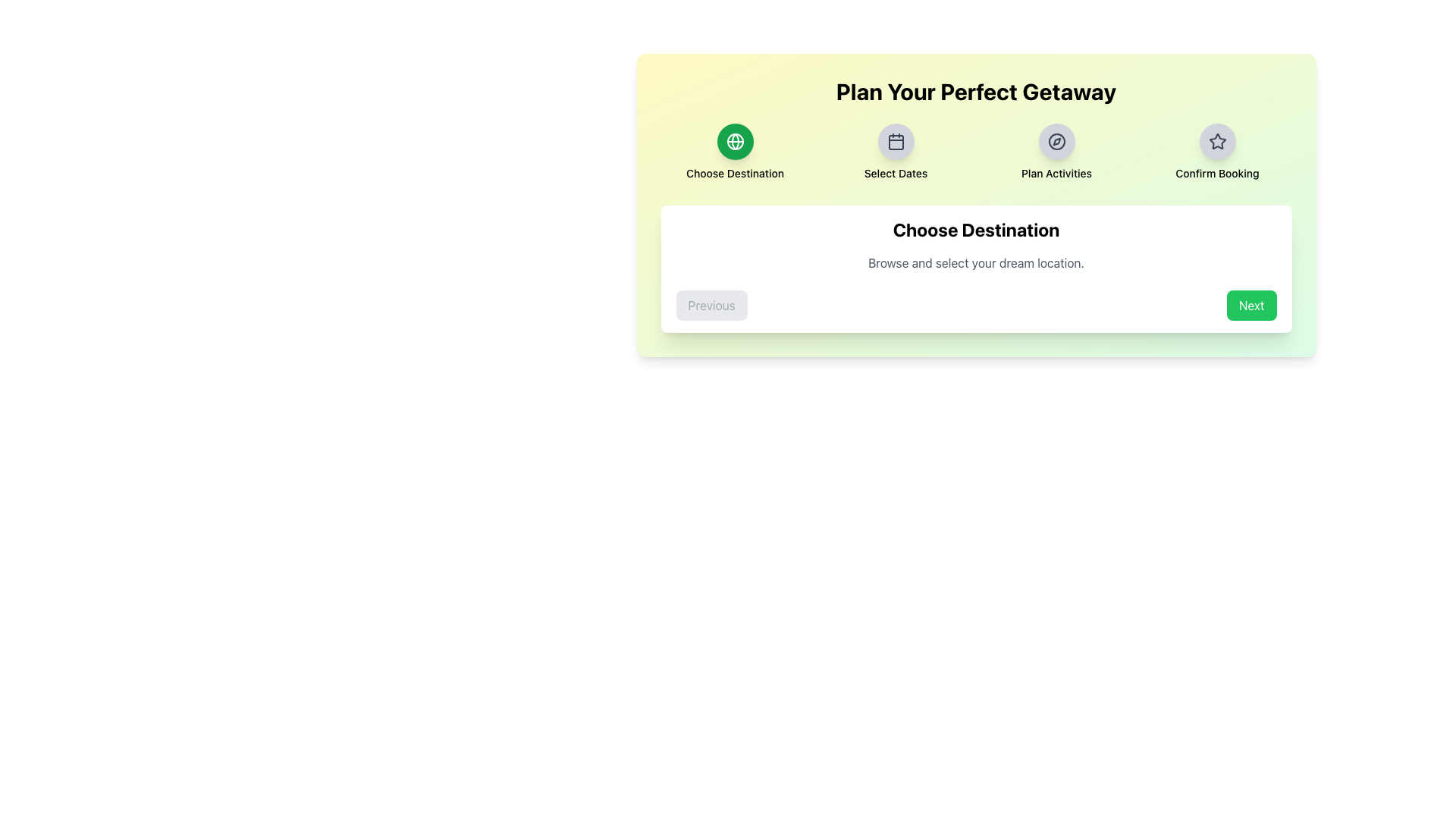 The image size is (1456, 819). Describe the element at coordinates (735, 141) in the screenshot. I see `the 'Choose Destination' icon located at the top left segment of the interface, above the 'Choose Destination' label` at that location.